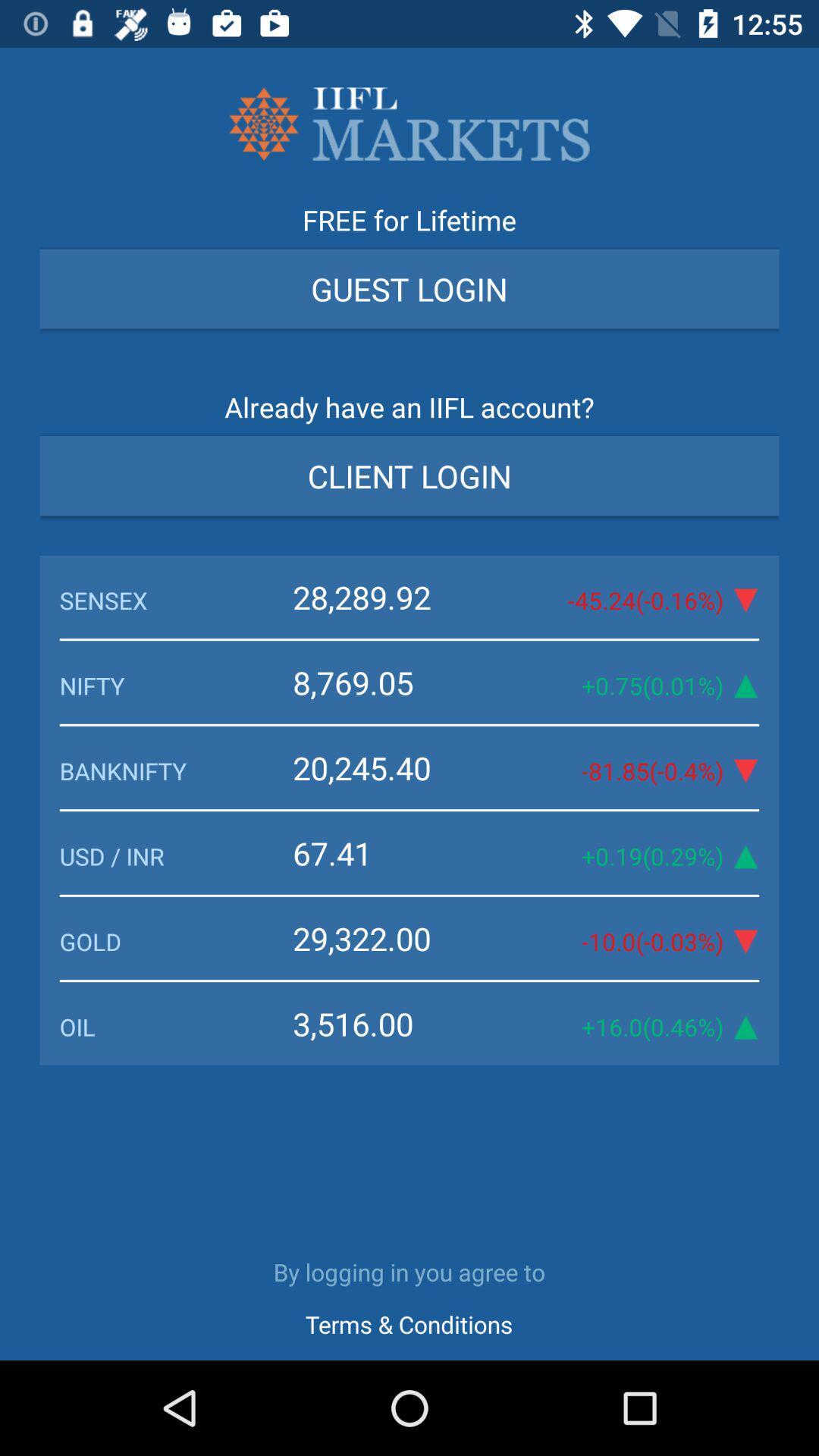  I want to click on icon below the 67.41 icon, so click(175, 940).